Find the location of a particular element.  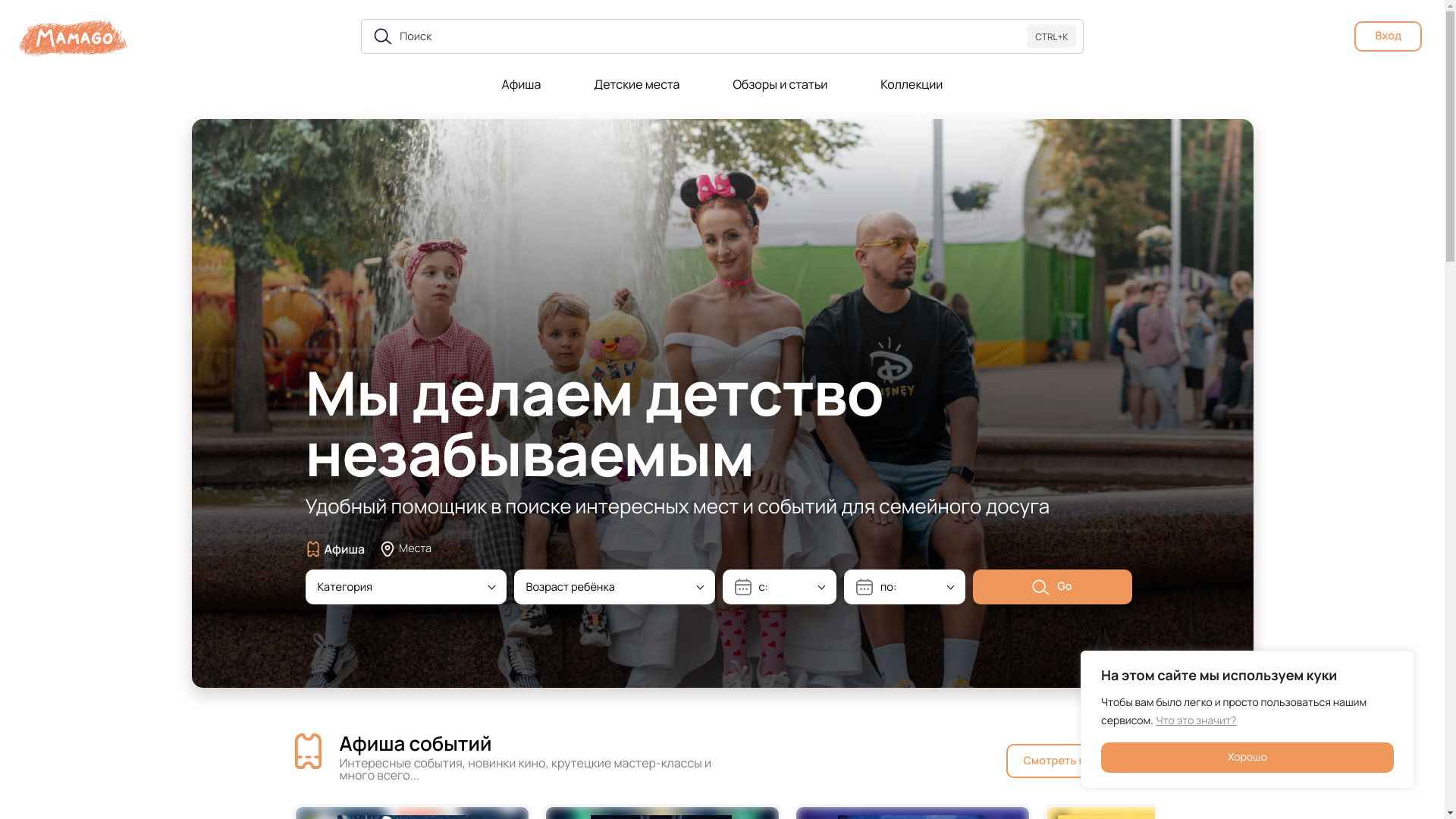

'Go' is located at coordinates (1051, 586).